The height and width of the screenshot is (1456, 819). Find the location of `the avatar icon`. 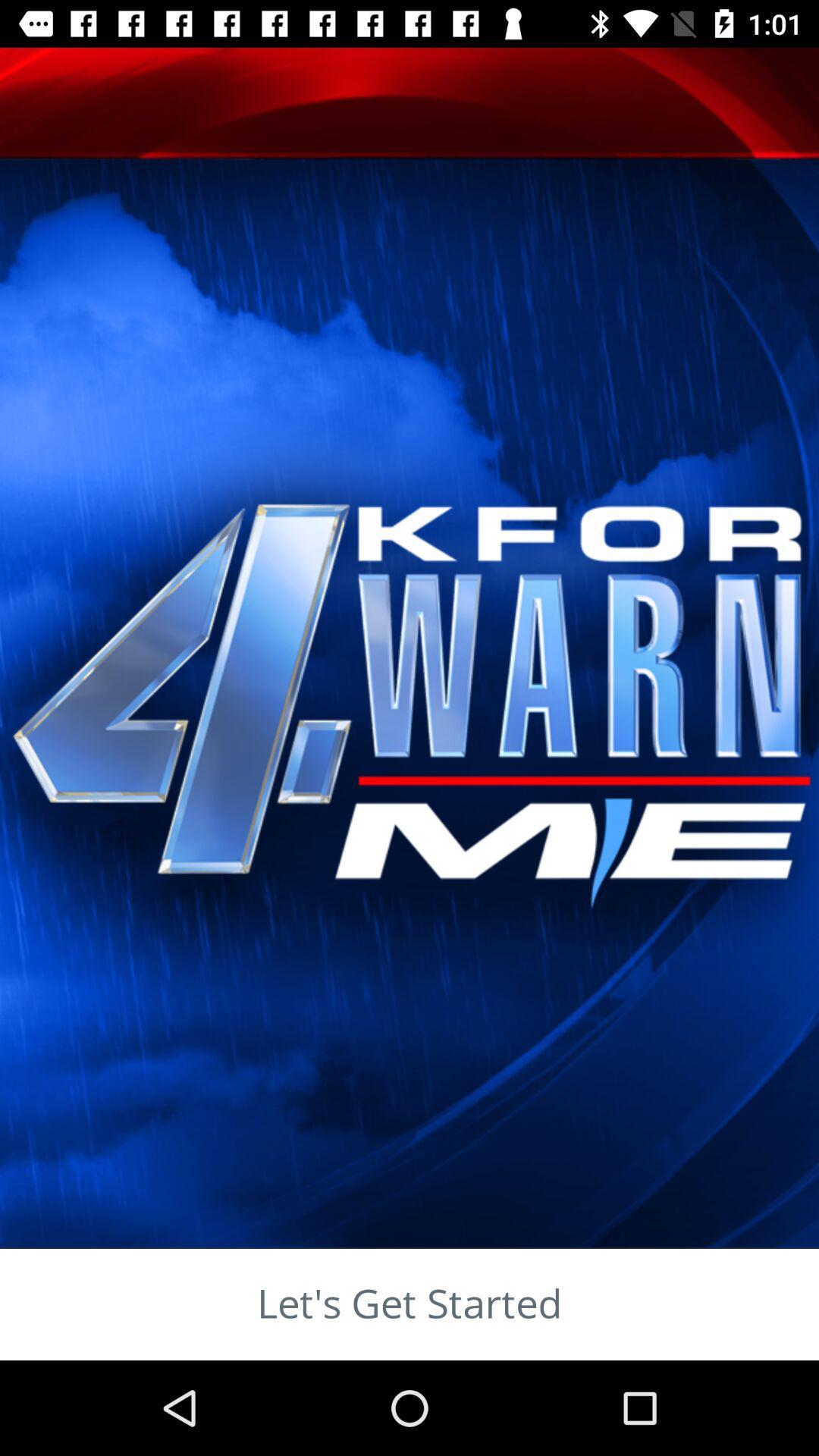

the avatar icon is located at coordinates (99, 182).